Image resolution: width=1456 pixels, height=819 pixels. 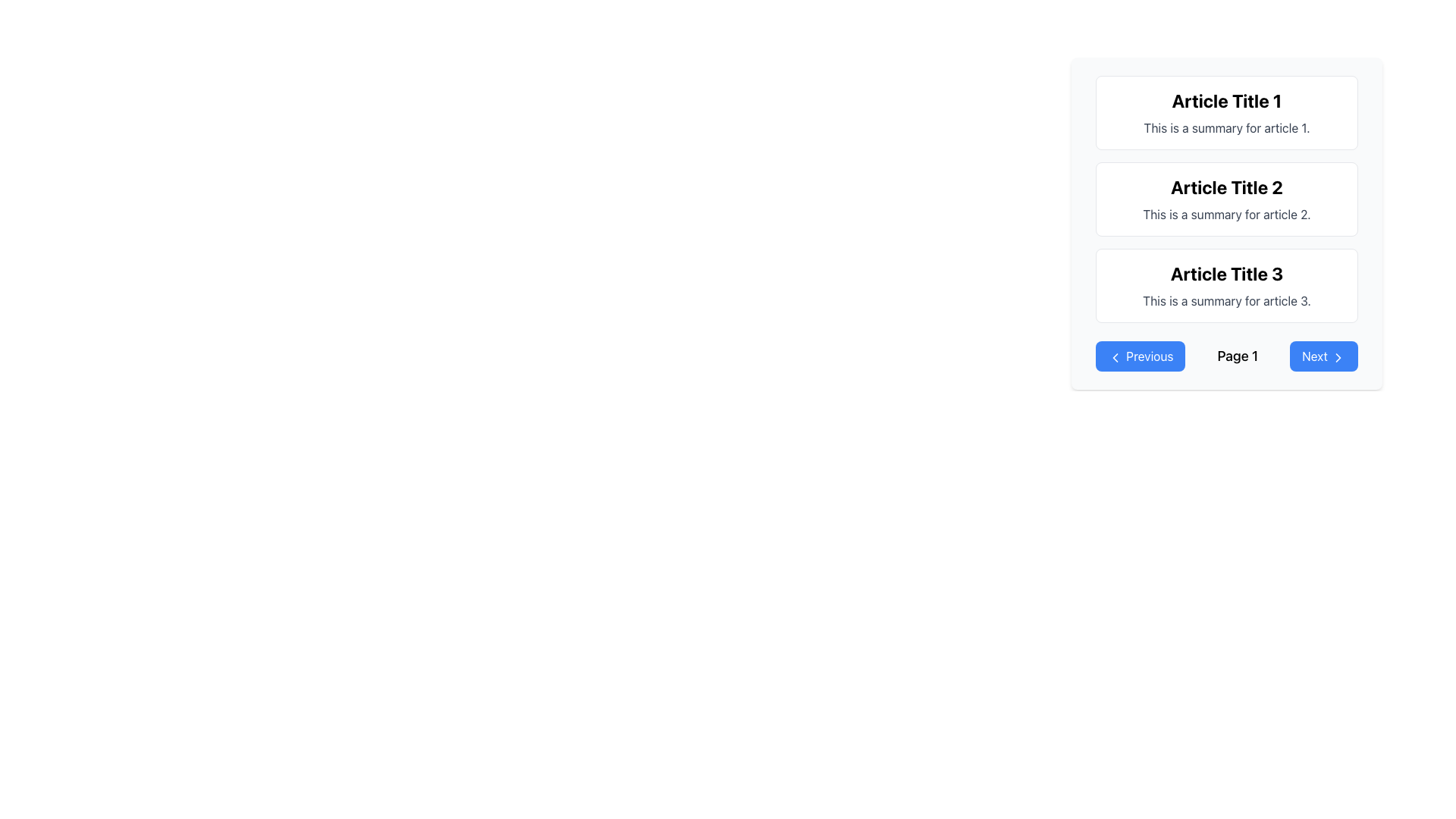 I want to click on 'Page 1' text label located between the 'Previous' and 'Next' buttons at the bottom of the interface, so click(x=1238, y=356).